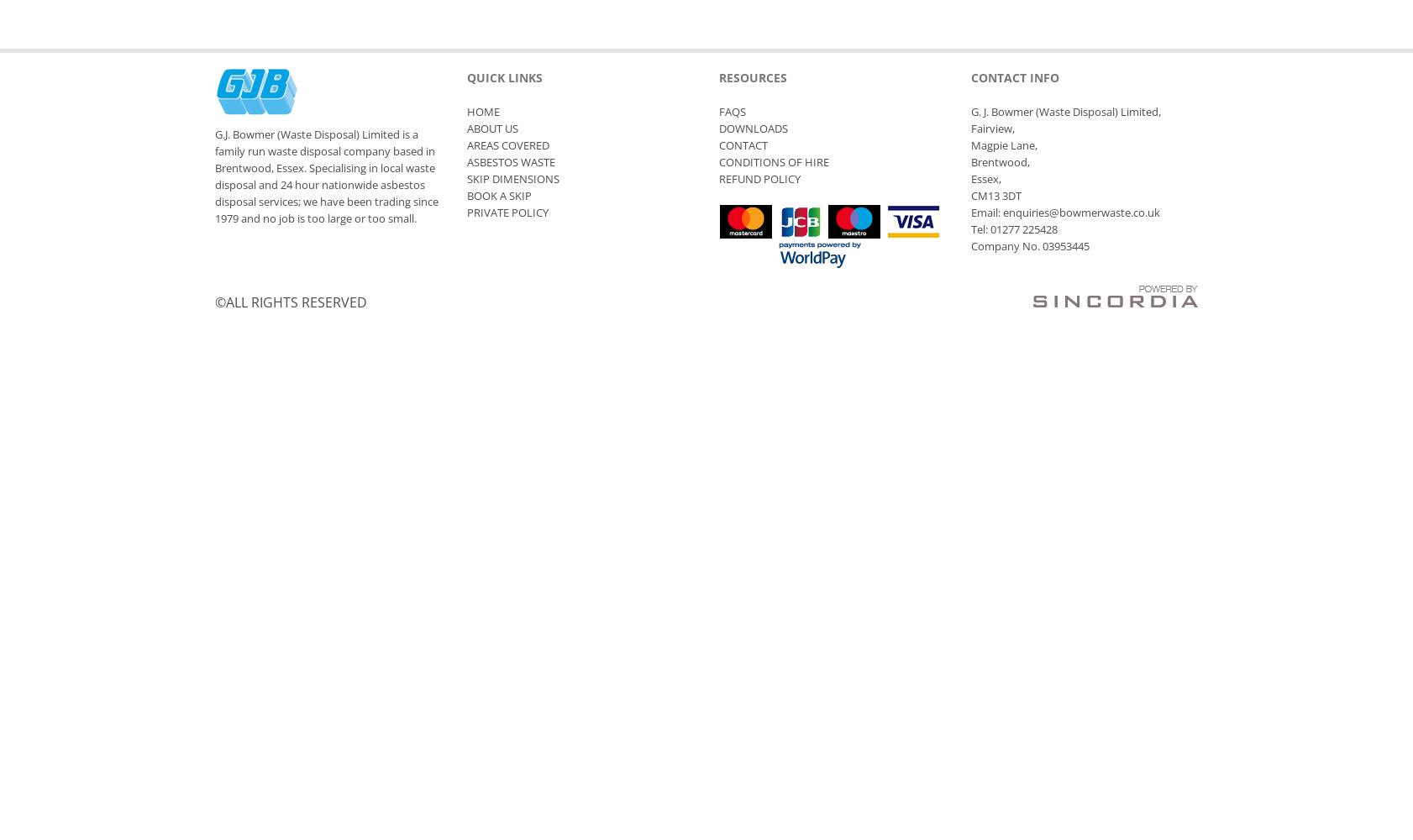 The height and width of the screenshot is (840, 1413). I want to click on 'Book a Skip', so click(499, 195).